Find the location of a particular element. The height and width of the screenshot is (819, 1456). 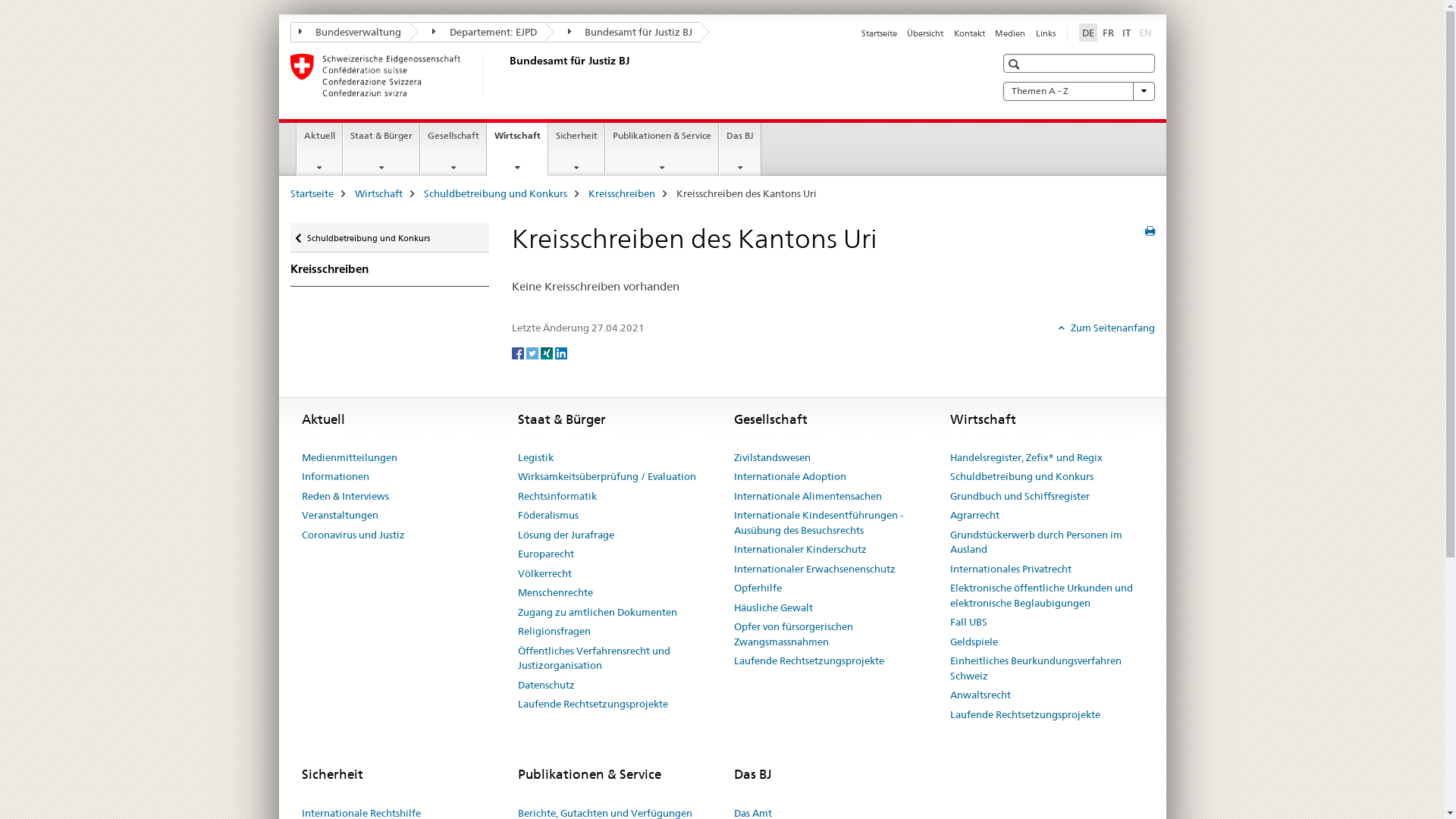

'Rechtsinformatik' is located at coordinates (556, 497).